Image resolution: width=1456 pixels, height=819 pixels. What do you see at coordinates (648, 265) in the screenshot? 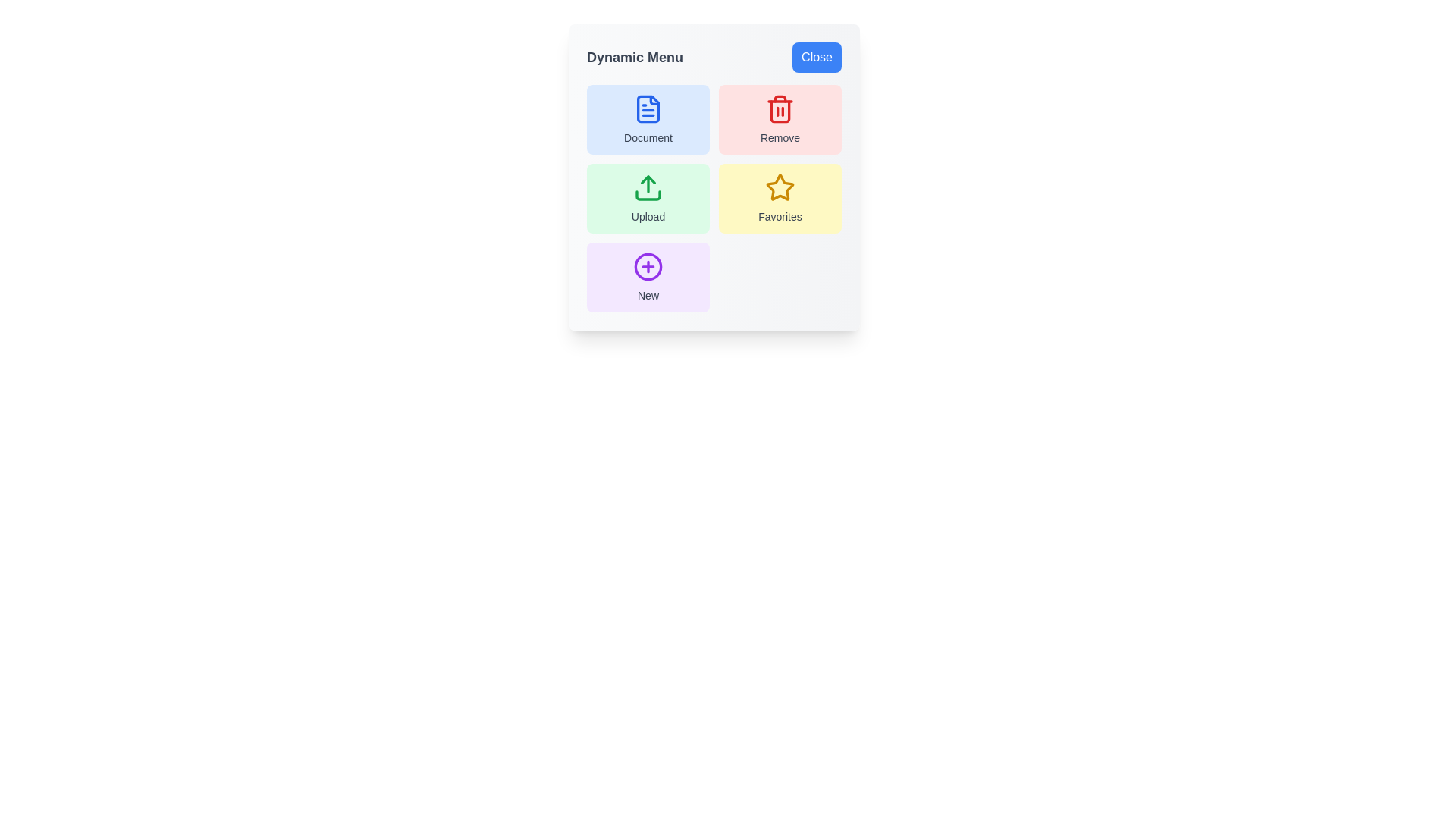
I see `the circular icon with a '+' symbol that has a purple outline and is part of the 'New' label in the bottom-left section of the grid` at bounding box center [648, 265].